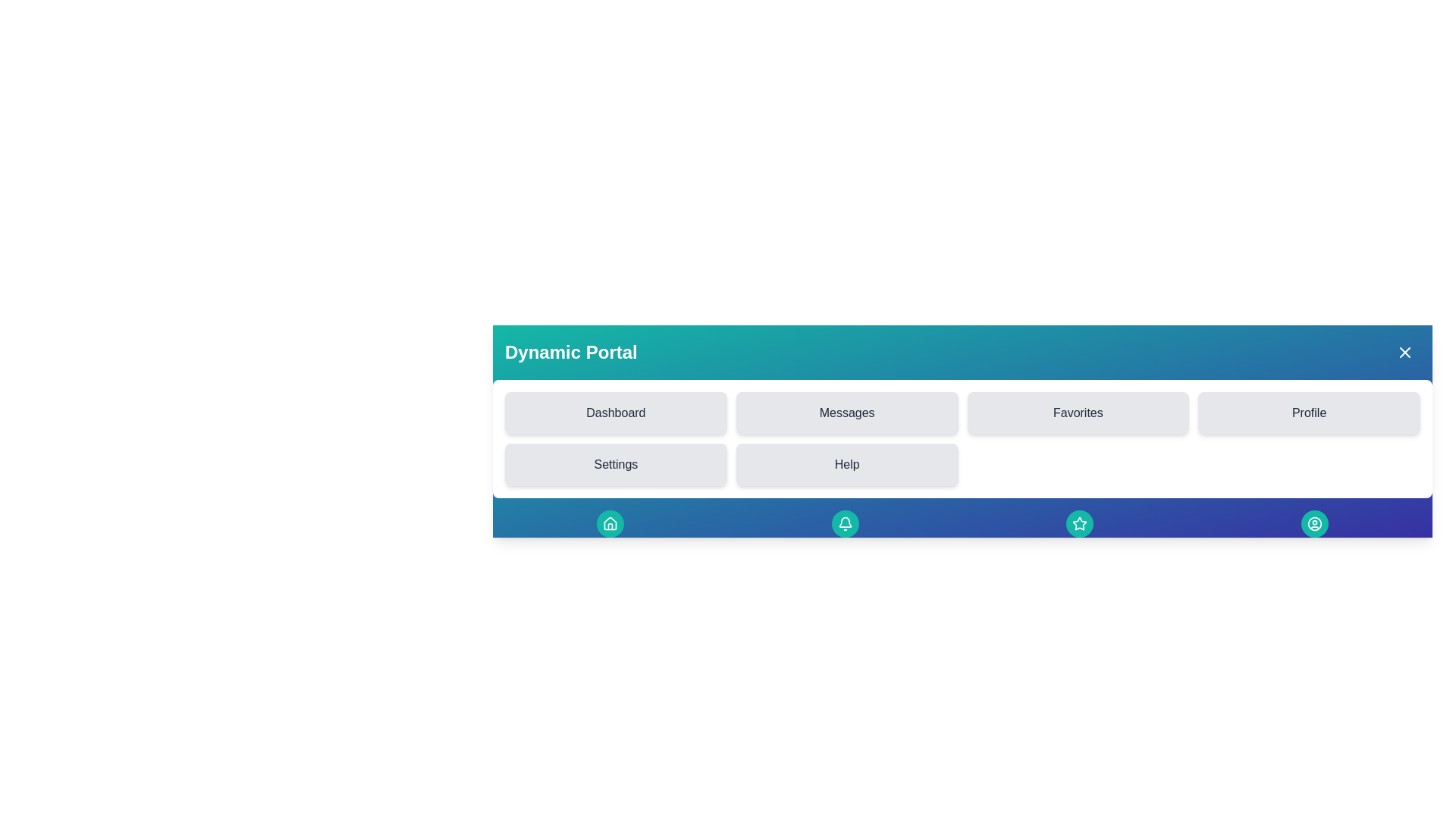  Describe the element at coordinates (1077, 413) in the screenshot. I see `the menu item labeled Favorites to navigate to the corresponding section` at that location.